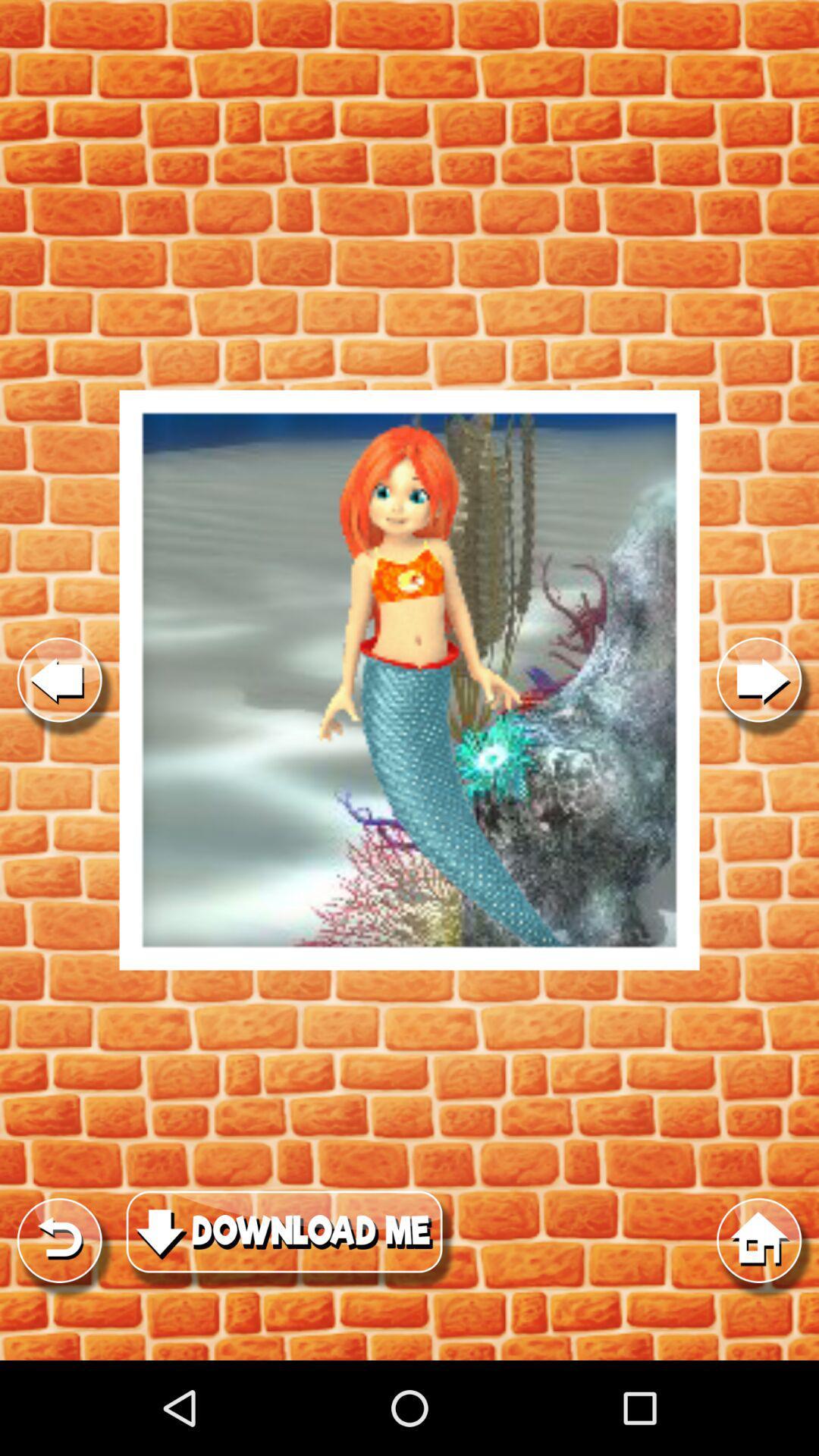 The height and width of the screenshot is (1456, 819). What do you see at coordinates (58, 1327) in the screenshot?
I see `the undo icon` at bounding box center [58, 1327].